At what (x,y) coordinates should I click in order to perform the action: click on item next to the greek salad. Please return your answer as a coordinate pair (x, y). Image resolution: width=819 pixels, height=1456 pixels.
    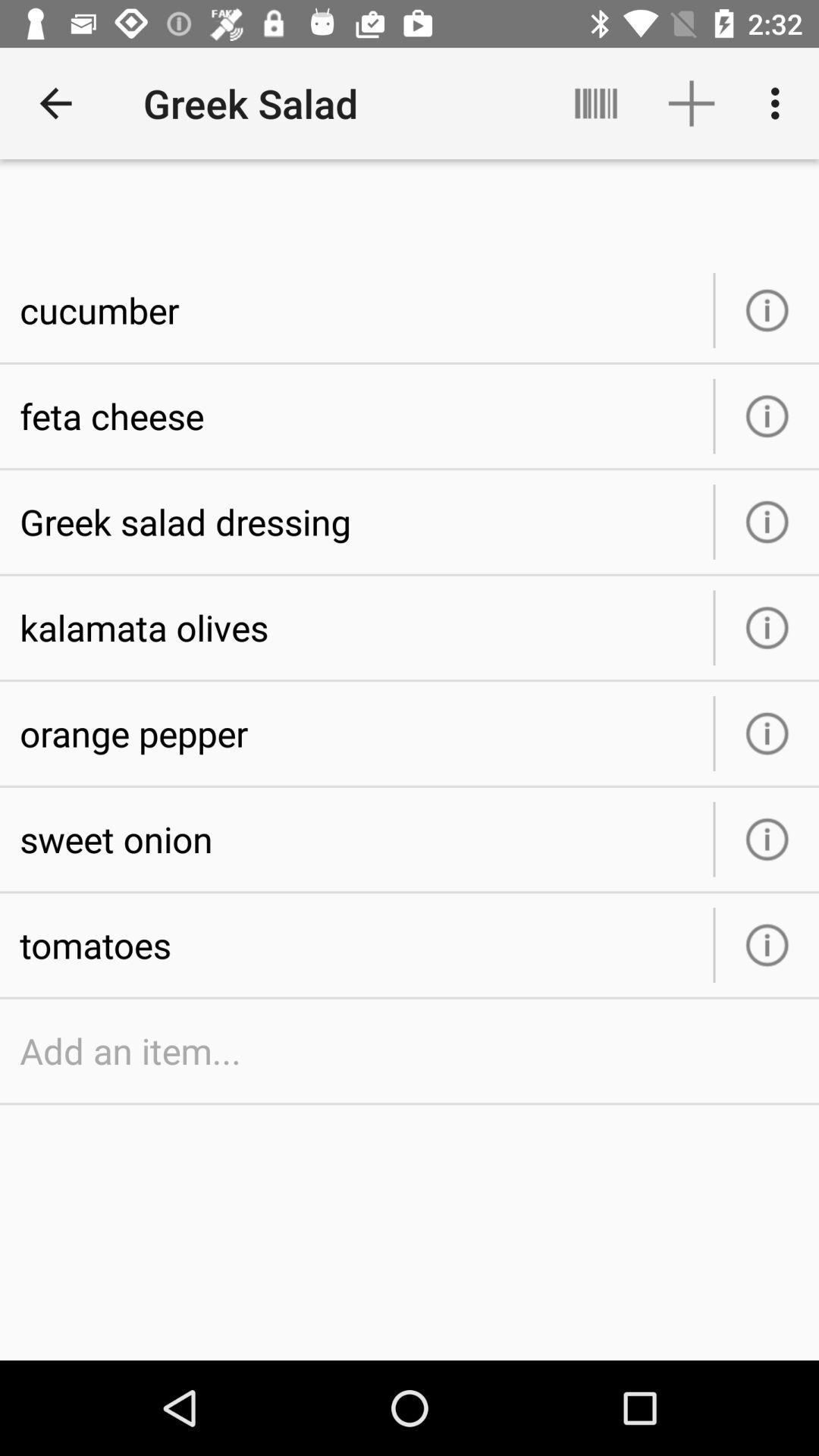
    Looking at the image, I should click on (55, 102).